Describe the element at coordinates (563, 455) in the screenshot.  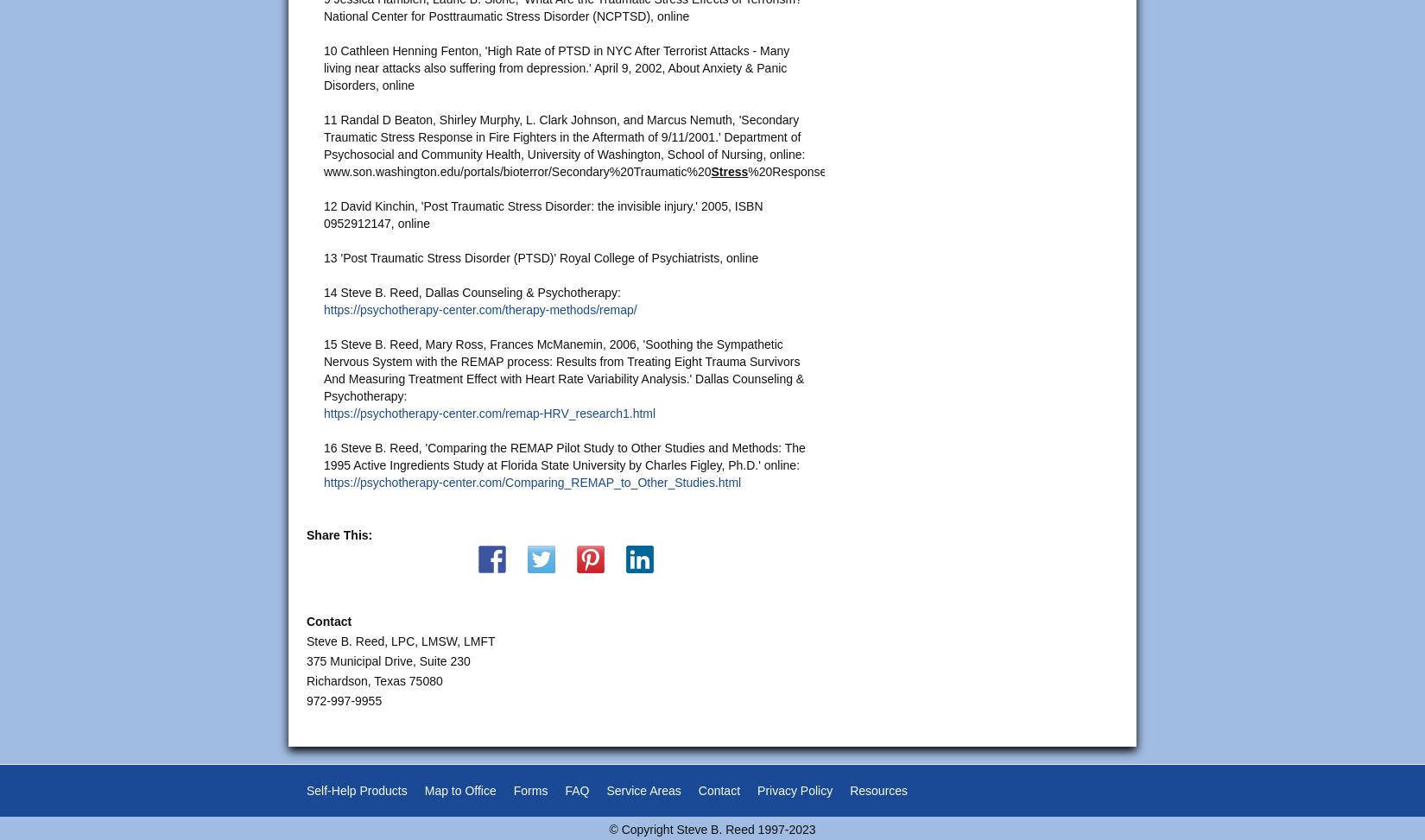
I see `'16 Steve B. Reed, 'Comparing the REMAP Pilot Study to Other Studies and Methods: The 1995 Active Ingredients Study at Florida State University by Charles Figley, Ph.D.' online:'` at that location.